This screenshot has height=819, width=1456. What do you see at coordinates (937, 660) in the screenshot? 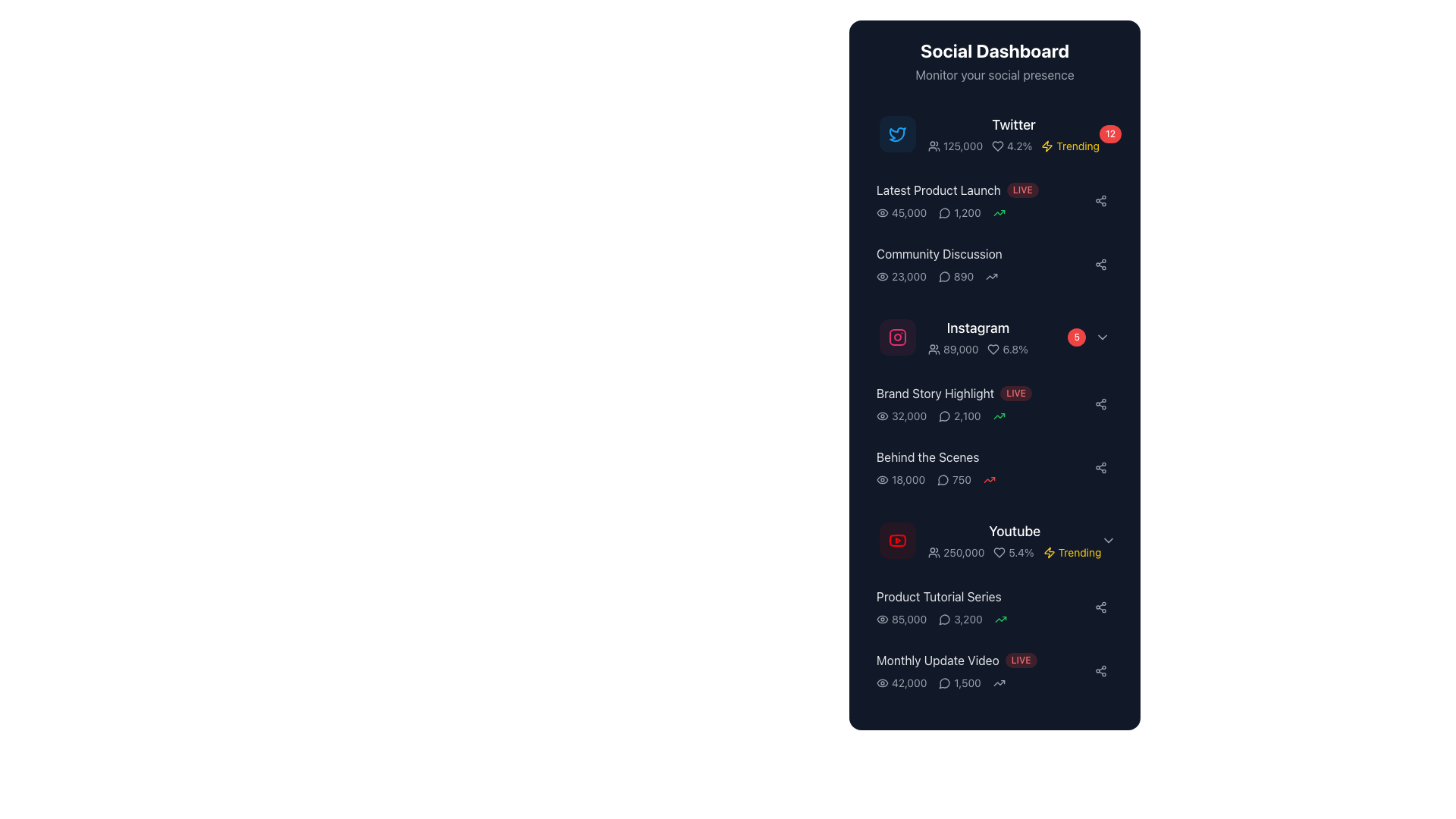
I see `the text label that displays 'Monthly Update Video' located at the bottom of the Social Dashboard component` at bounding box center [937, 660].